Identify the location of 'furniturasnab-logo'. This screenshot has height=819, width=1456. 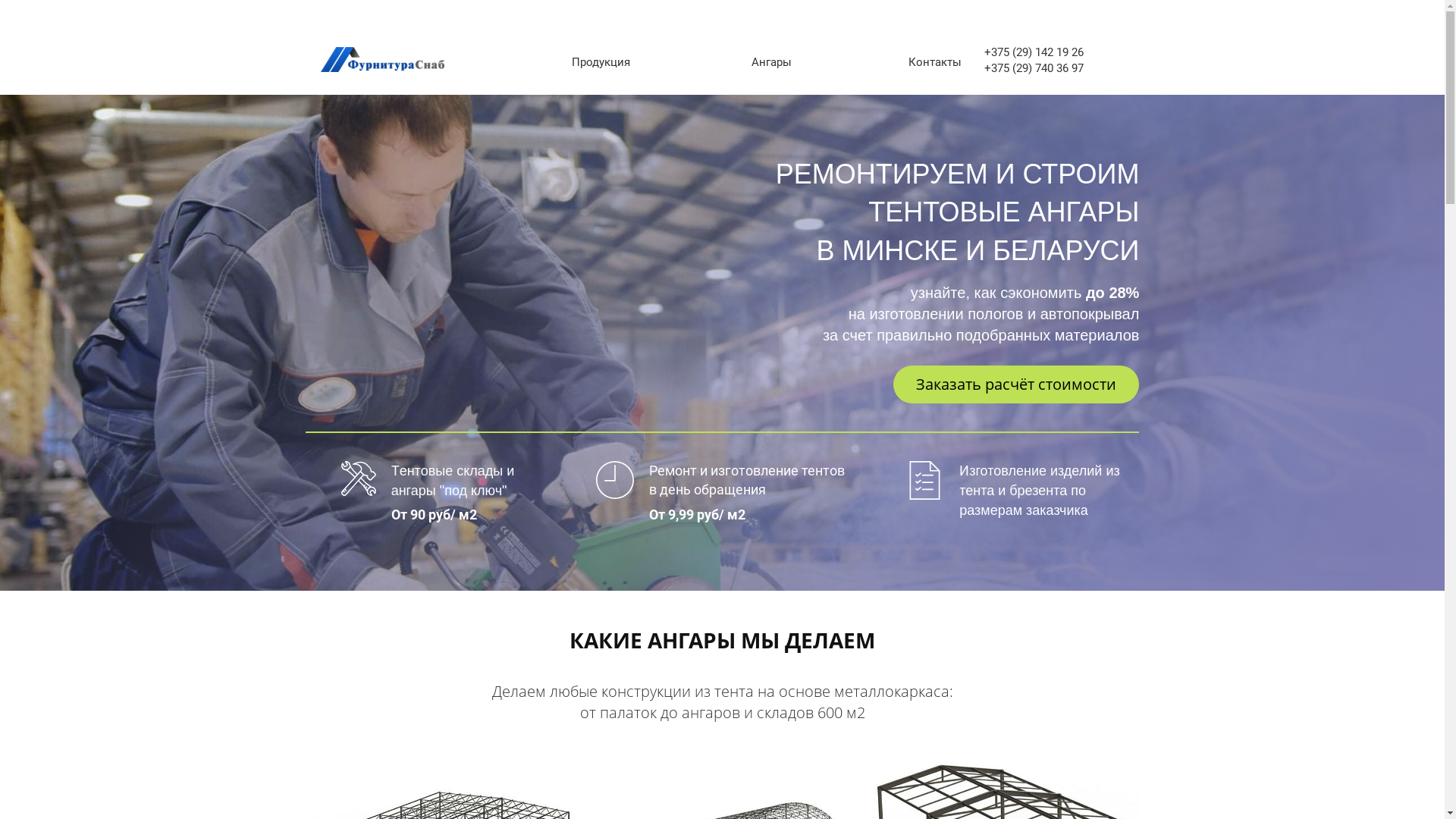
(319, 58).